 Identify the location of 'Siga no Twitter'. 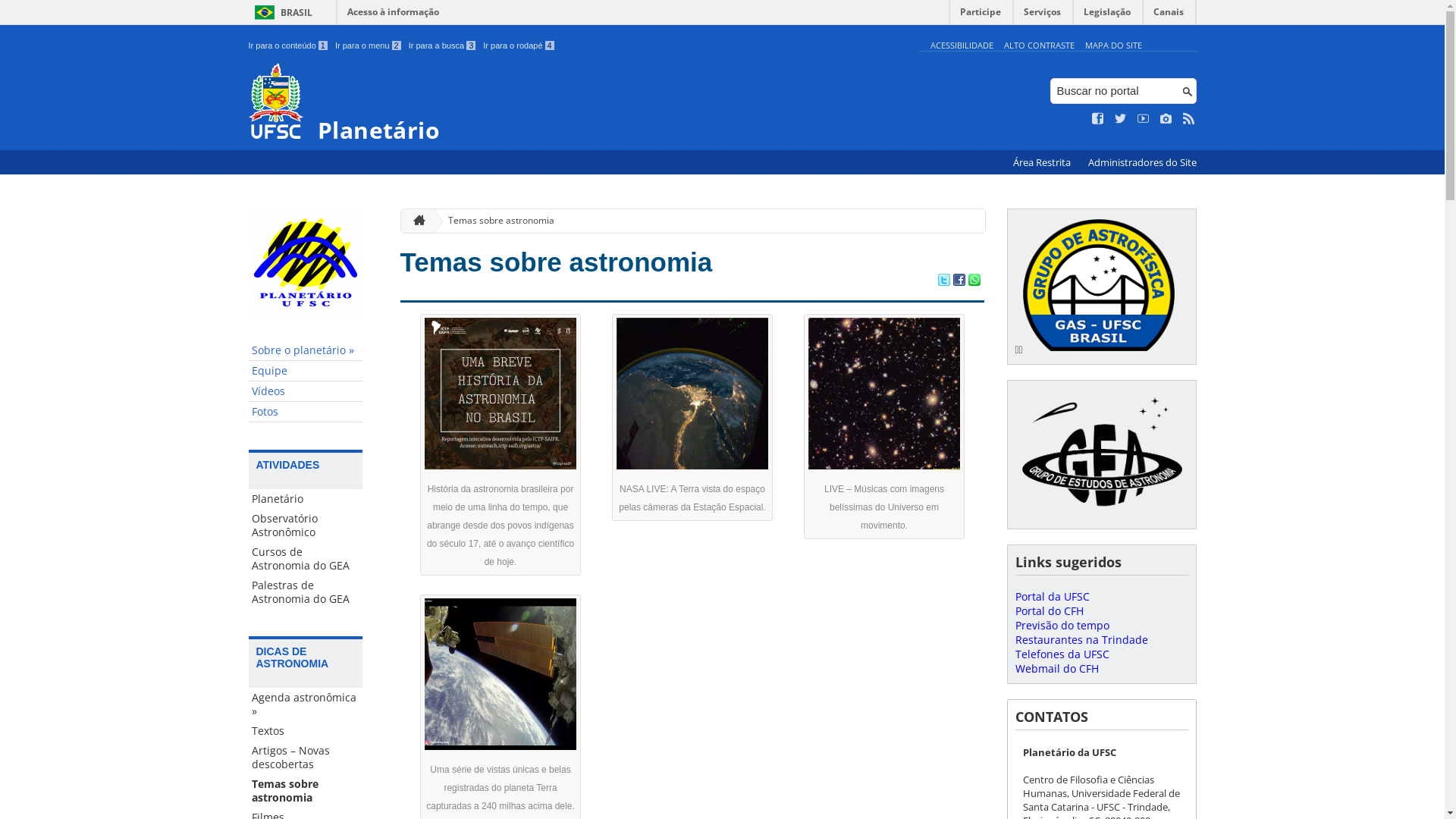
(1114, 118).